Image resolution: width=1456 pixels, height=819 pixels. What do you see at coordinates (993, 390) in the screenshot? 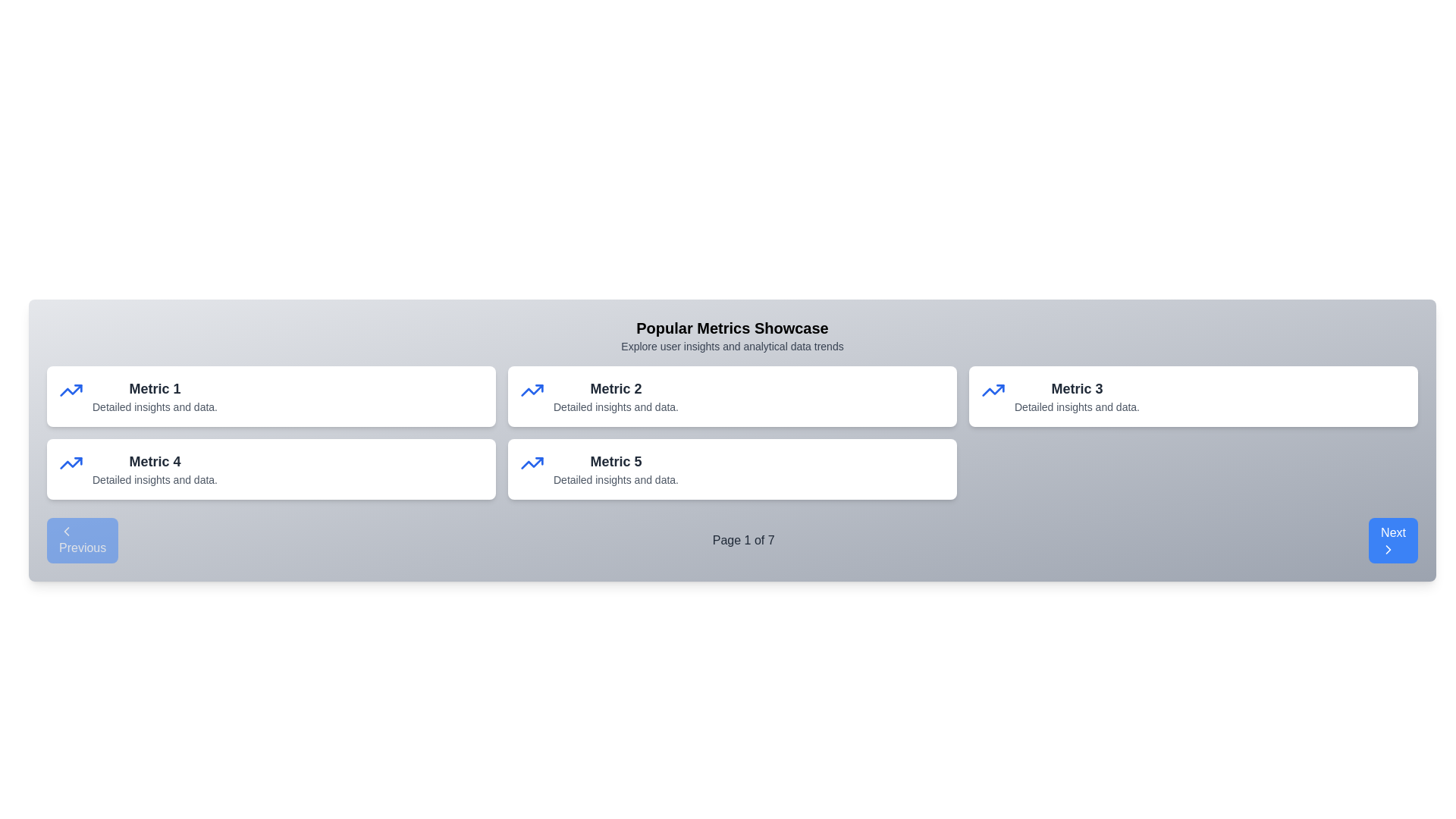
I see `the icon in the top-left corner of the third metric card labeled 'Metric 3'` at bounding box center [993, 390].